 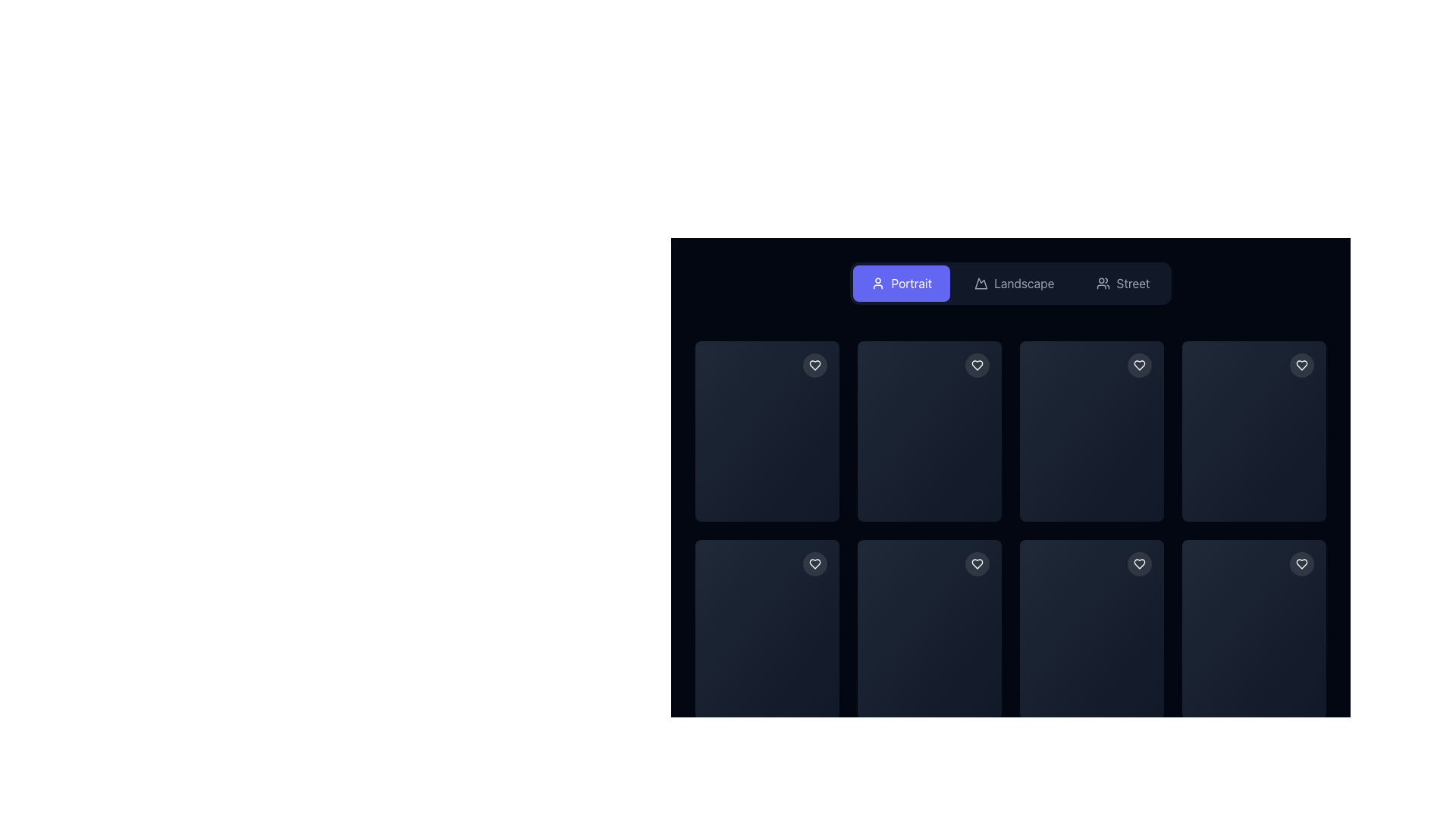 I want to click on the 'Portrait' button icon located at the left side of the text to visually indicate its purpose, so click(x=878, y=284).